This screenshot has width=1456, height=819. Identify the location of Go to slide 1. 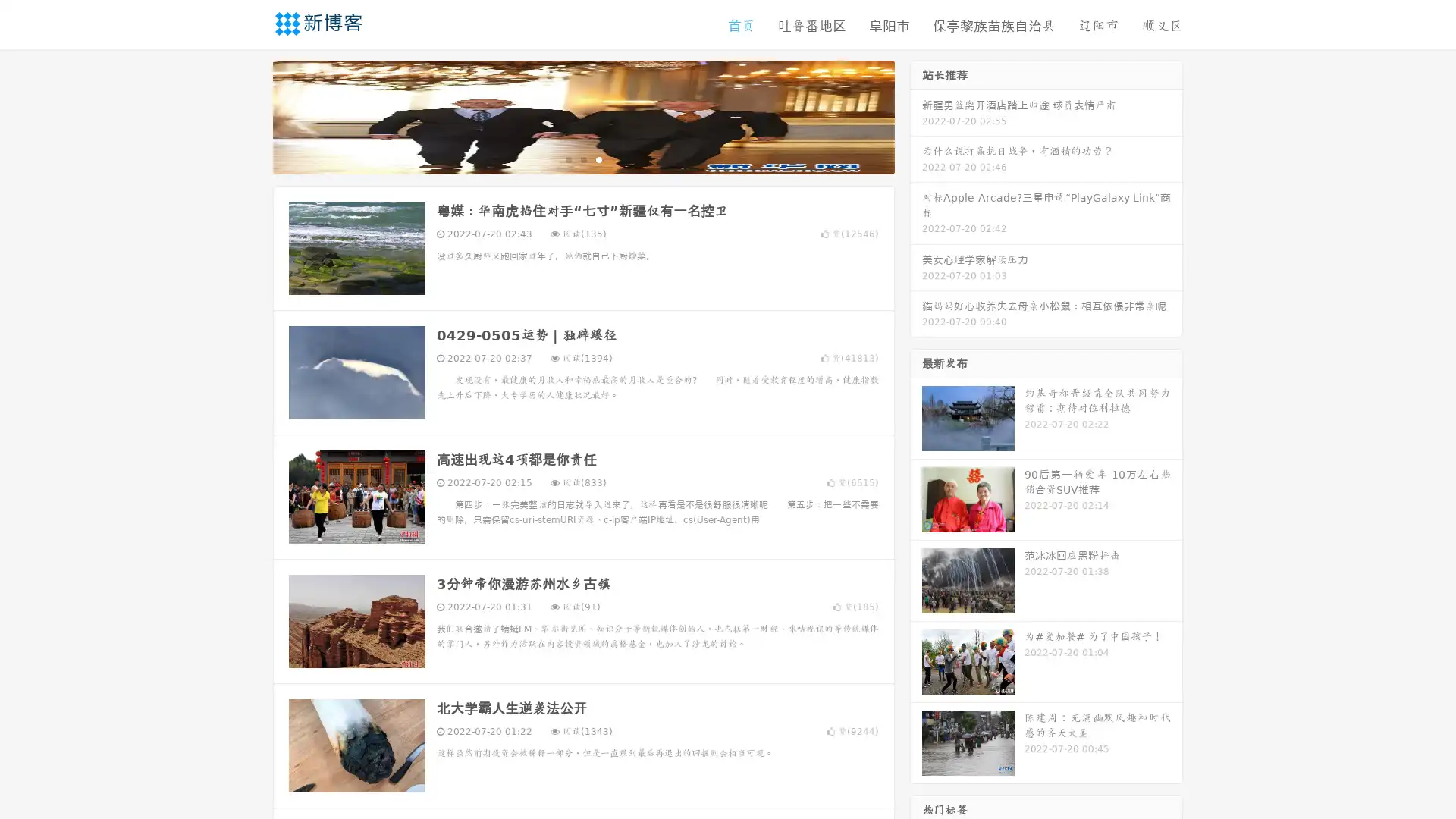
(567, 171).